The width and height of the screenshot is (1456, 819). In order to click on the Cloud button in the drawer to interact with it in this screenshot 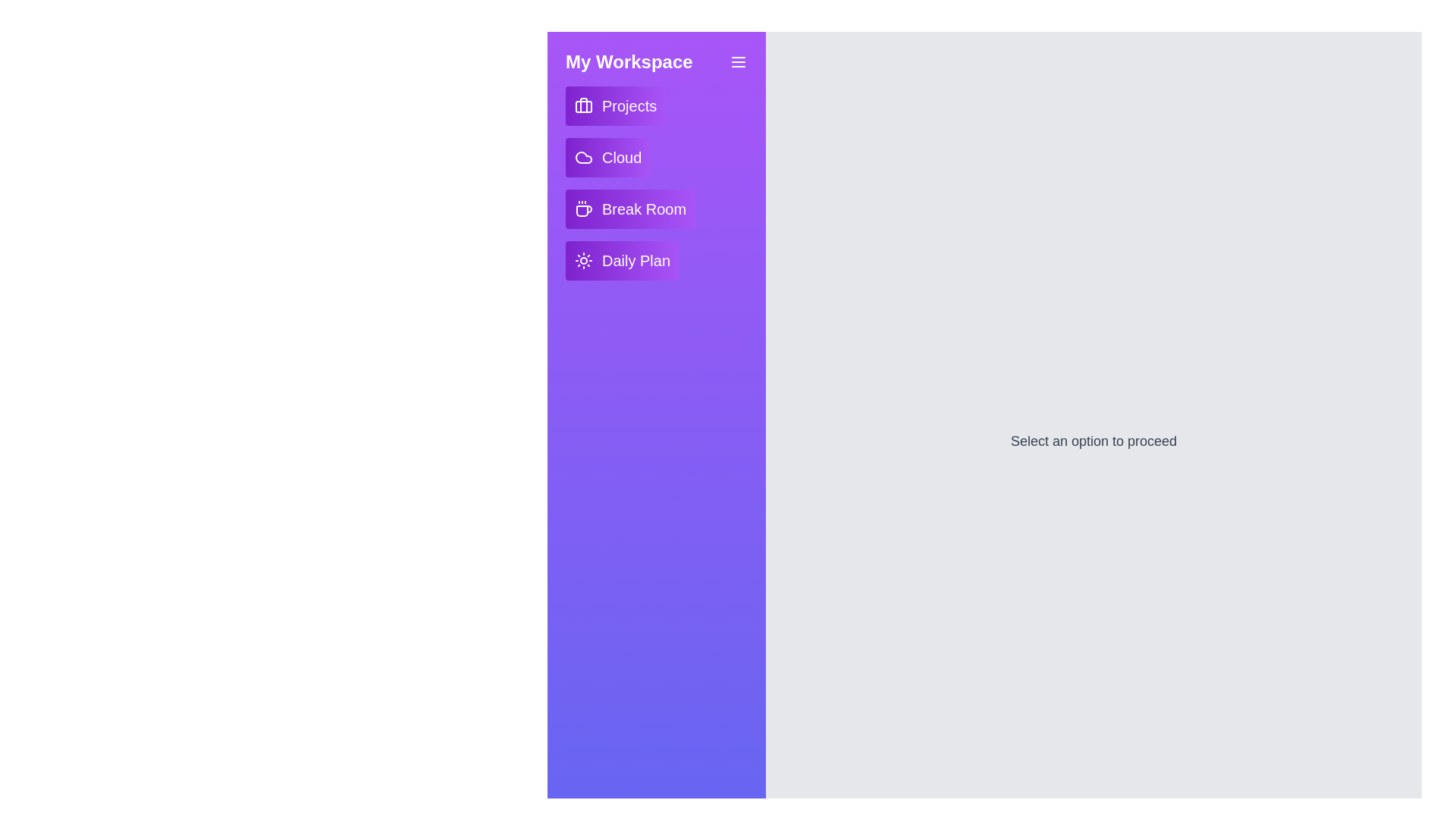, I will do `click(607, 158)`.